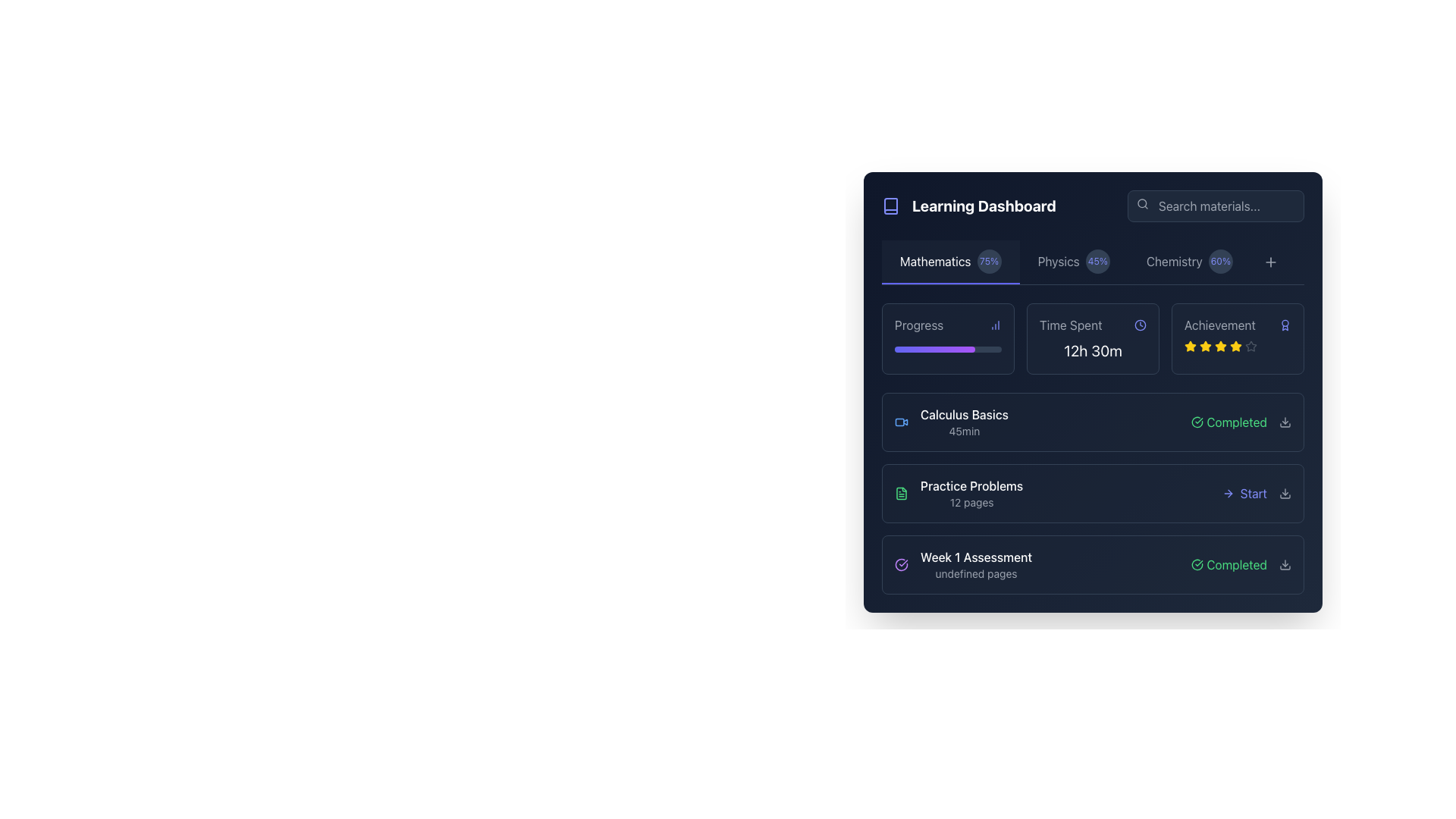 The height and width of the screenshot is (819, 1456). Describe the element at coordinates (1073, 262) in the screenshot. I see `the 'Physics' tab in the Learning Dashboard, which is the second tab in a horizontal list of three tabs` at that location.